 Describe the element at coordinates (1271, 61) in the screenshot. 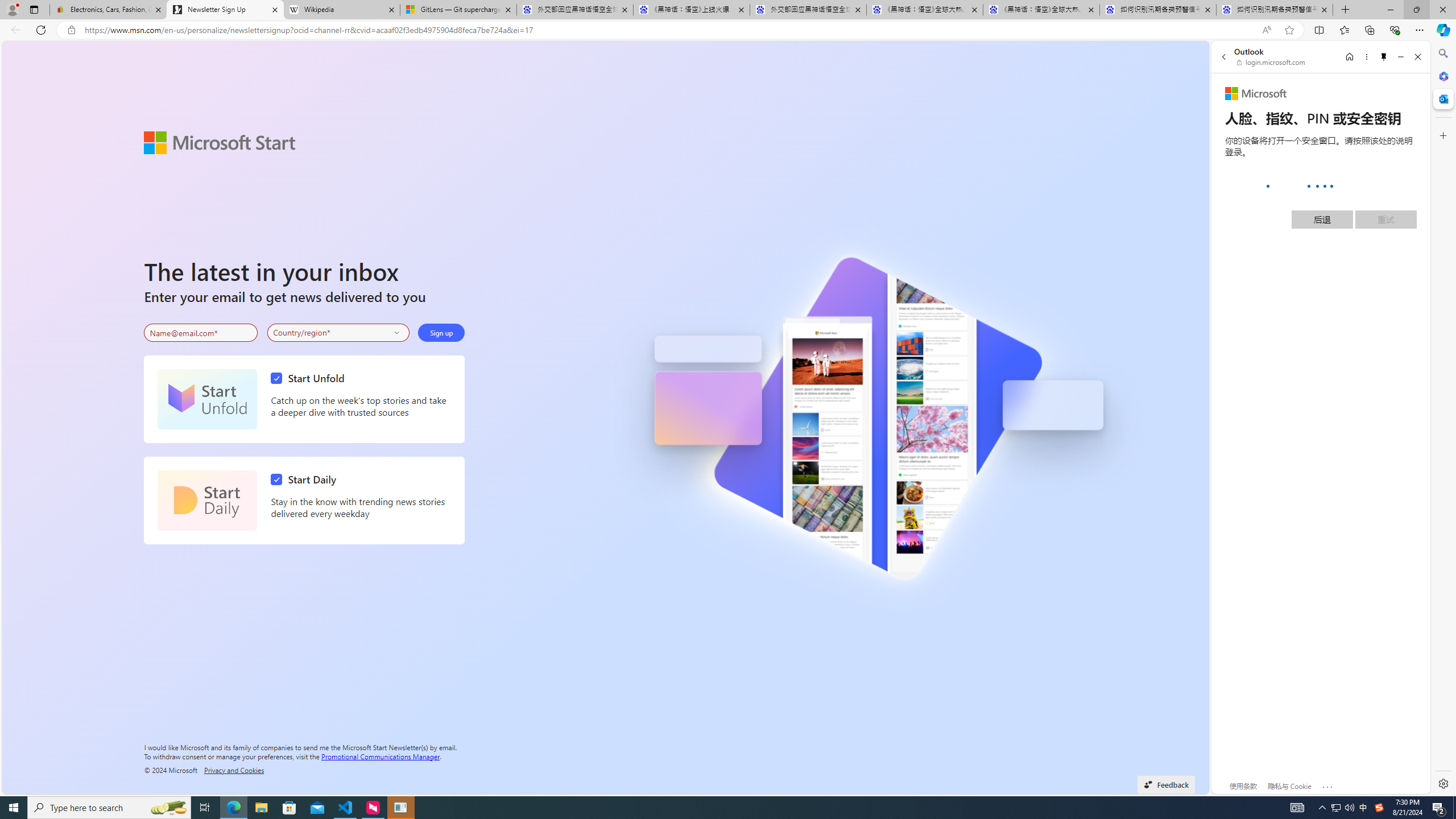

I see `'login.microsoft.com'` at that location.